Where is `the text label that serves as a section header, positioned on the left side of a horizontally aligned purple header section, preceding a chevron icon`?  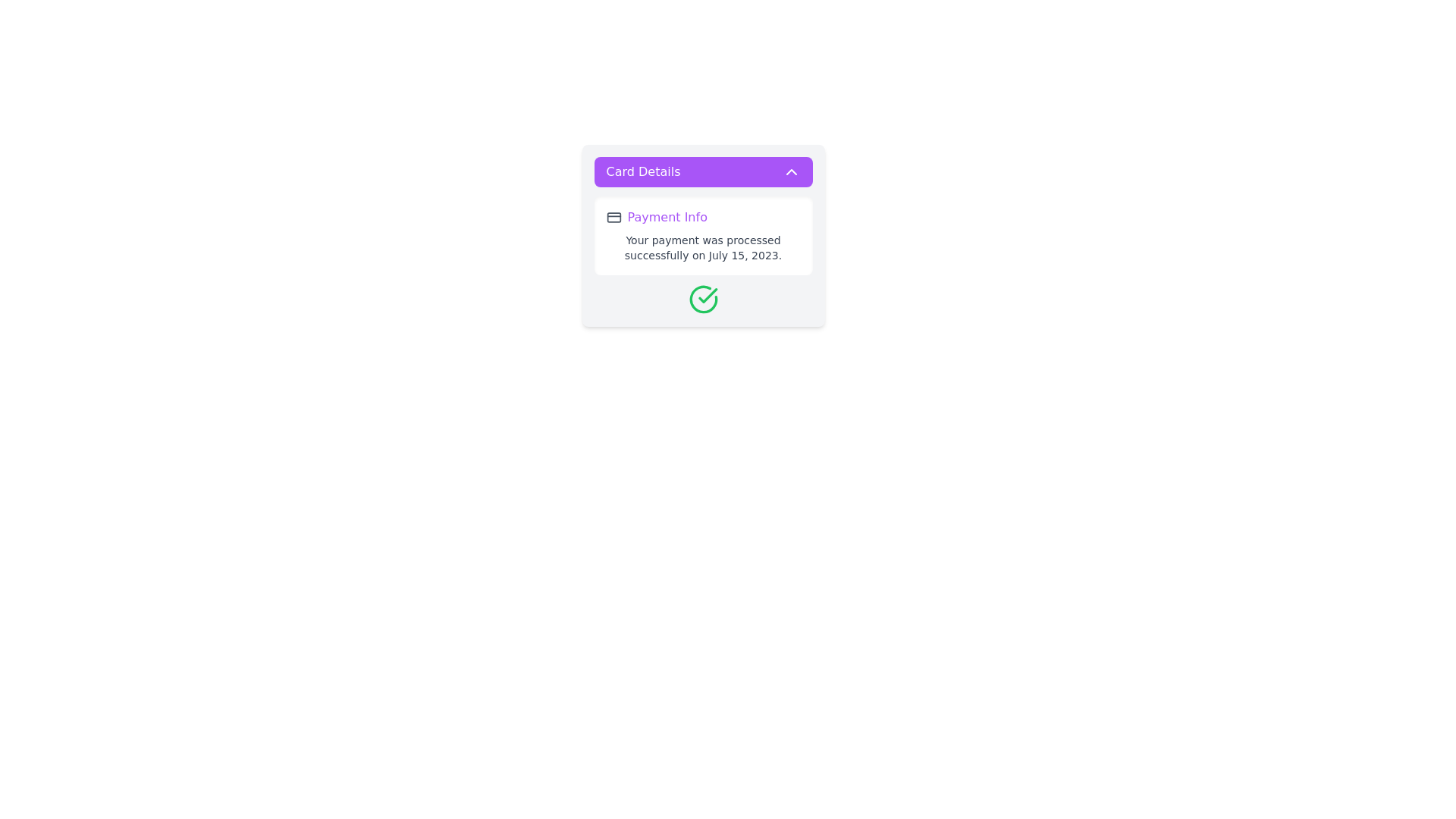 the text label that serves as a section header, positioned on the left side of a horizontally aligned purple header section, preceding a chevron icon is located at coordinates (643, 171).